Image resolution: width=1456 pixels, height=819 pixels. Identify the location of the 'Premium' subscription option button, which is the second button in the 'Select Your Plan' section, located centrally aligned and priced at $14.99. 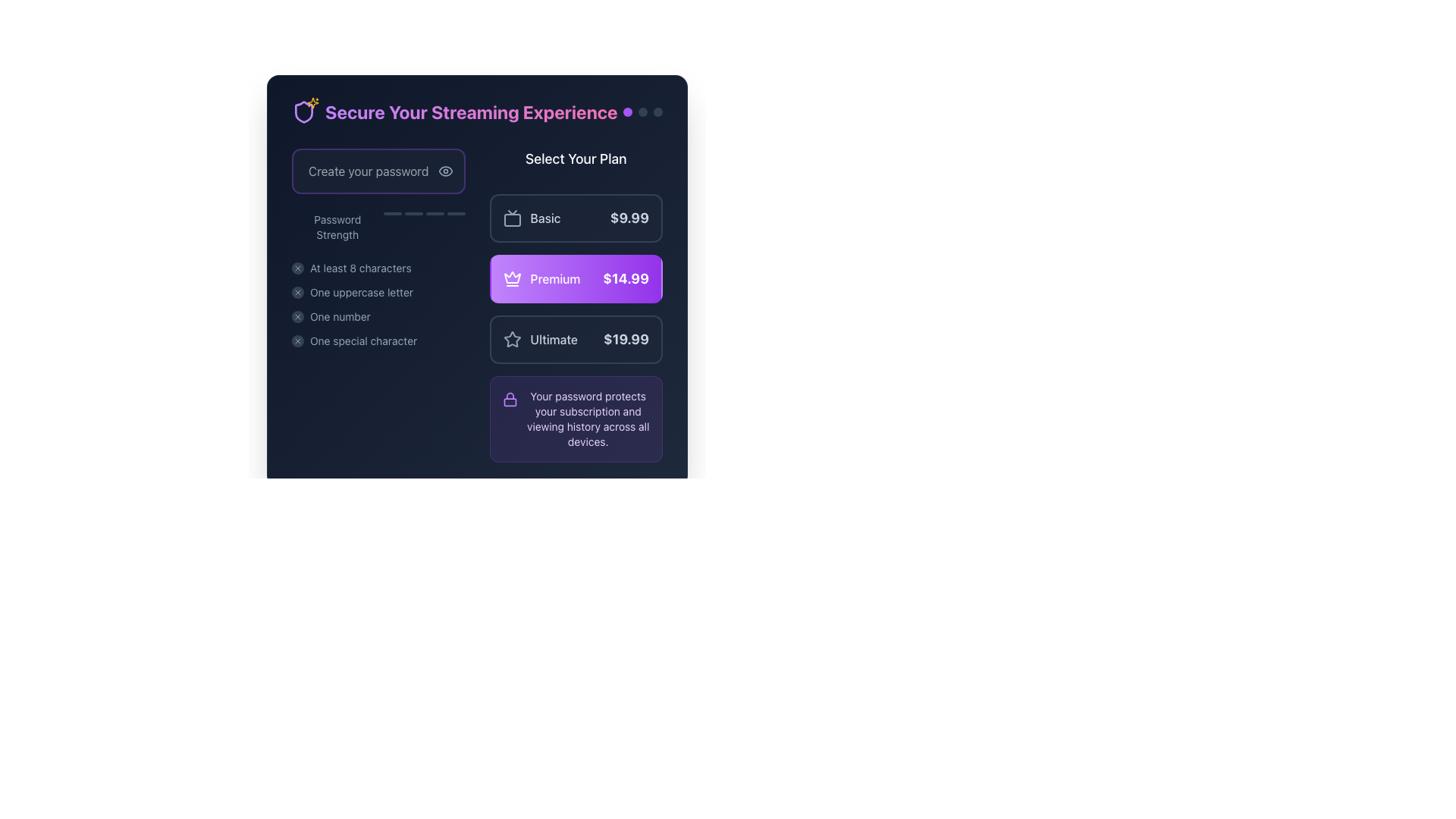
(575, 278).